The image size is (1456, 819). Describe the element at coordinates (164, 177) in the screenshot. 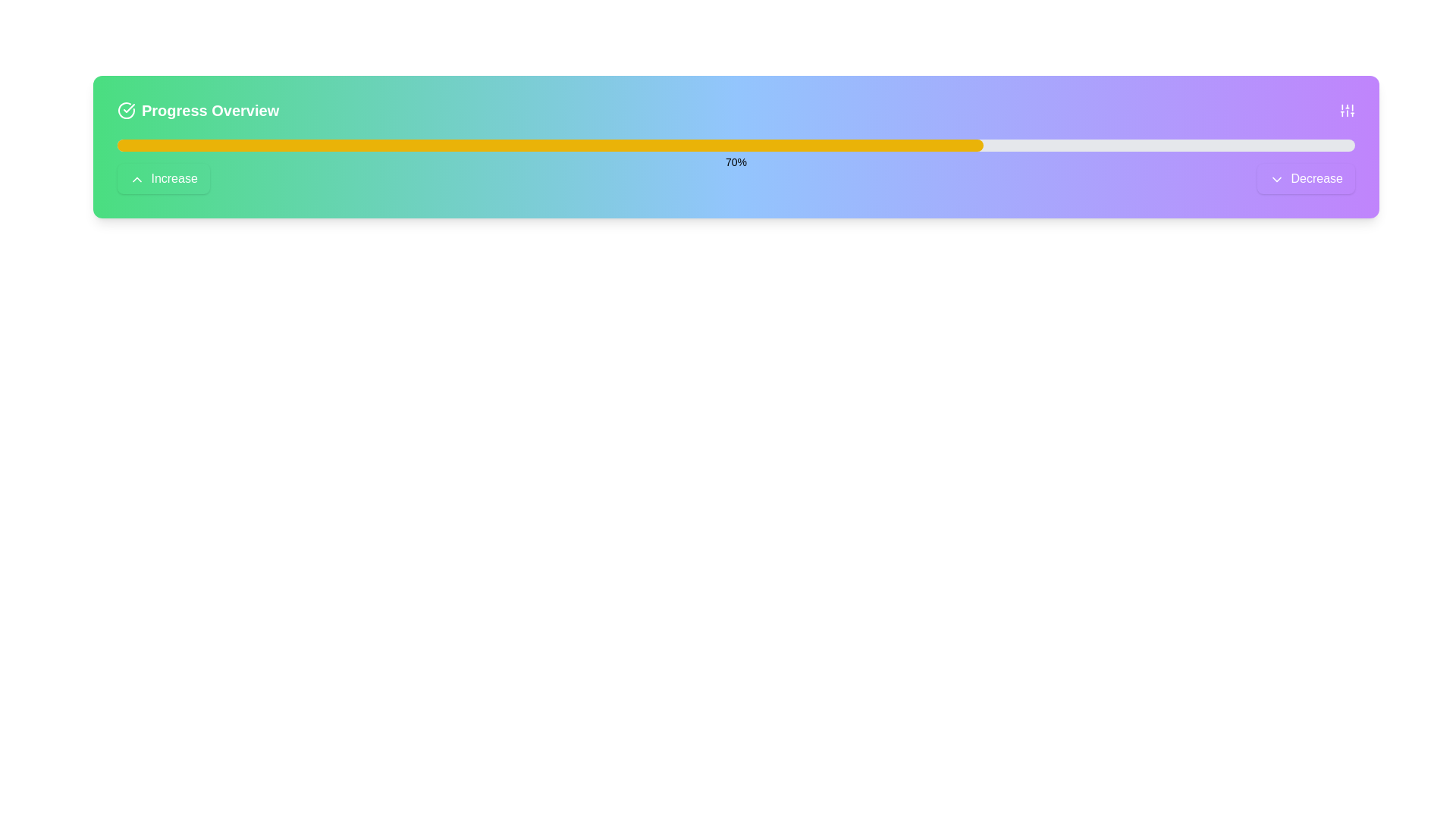

I see `the 'Increase' button, which is the first button in a horizontal sequence next to a progress bar, to adjust the associated value upwards` at that location.